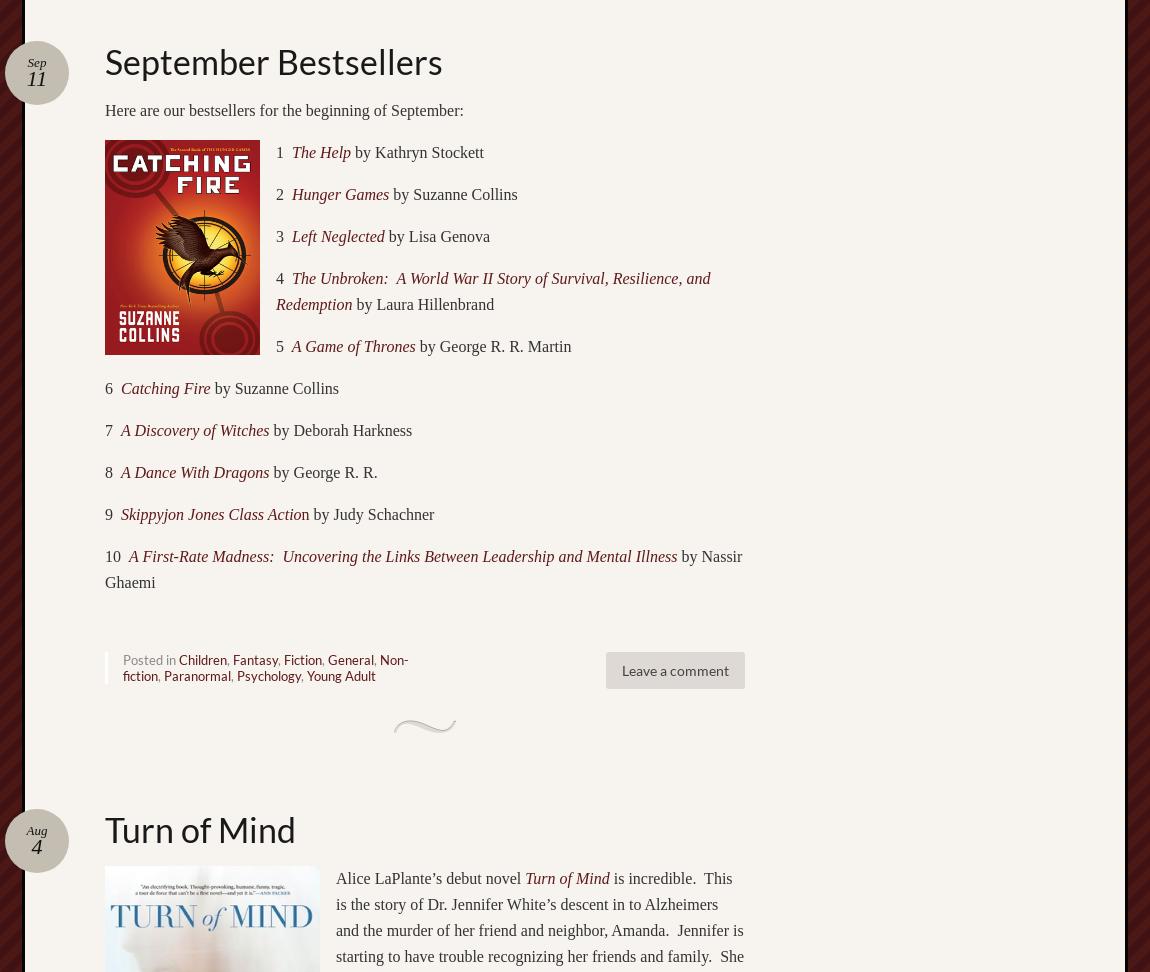 This screenshot has height=972, width=1150. Describe the element at coordinates (112, 428) in the screenshot. I see `'7'` at that location.